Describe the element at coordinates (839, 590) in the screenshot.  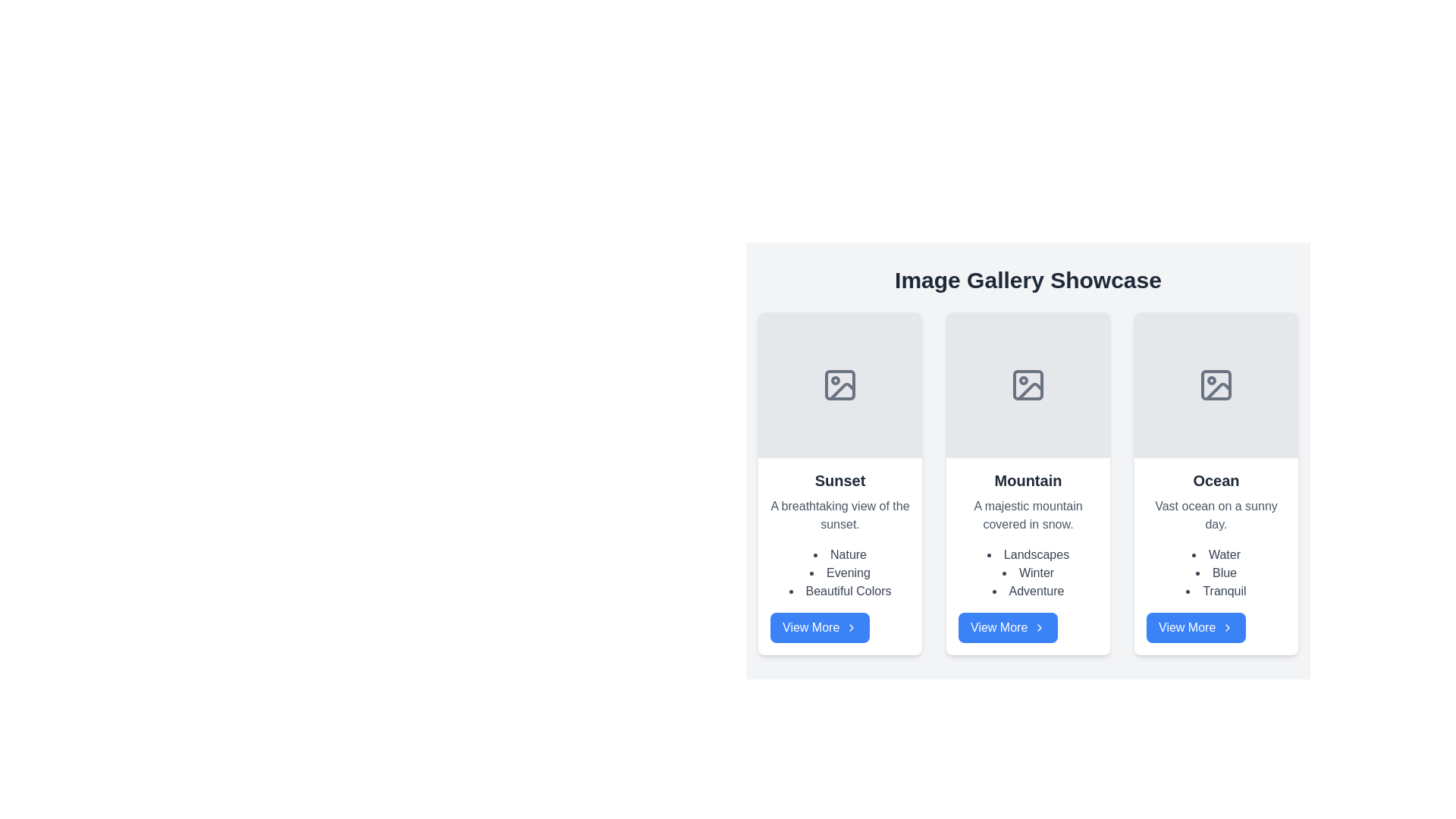
I see `the text 'Beautiful Colors' in the list under the 'Sunset' card` at that location.